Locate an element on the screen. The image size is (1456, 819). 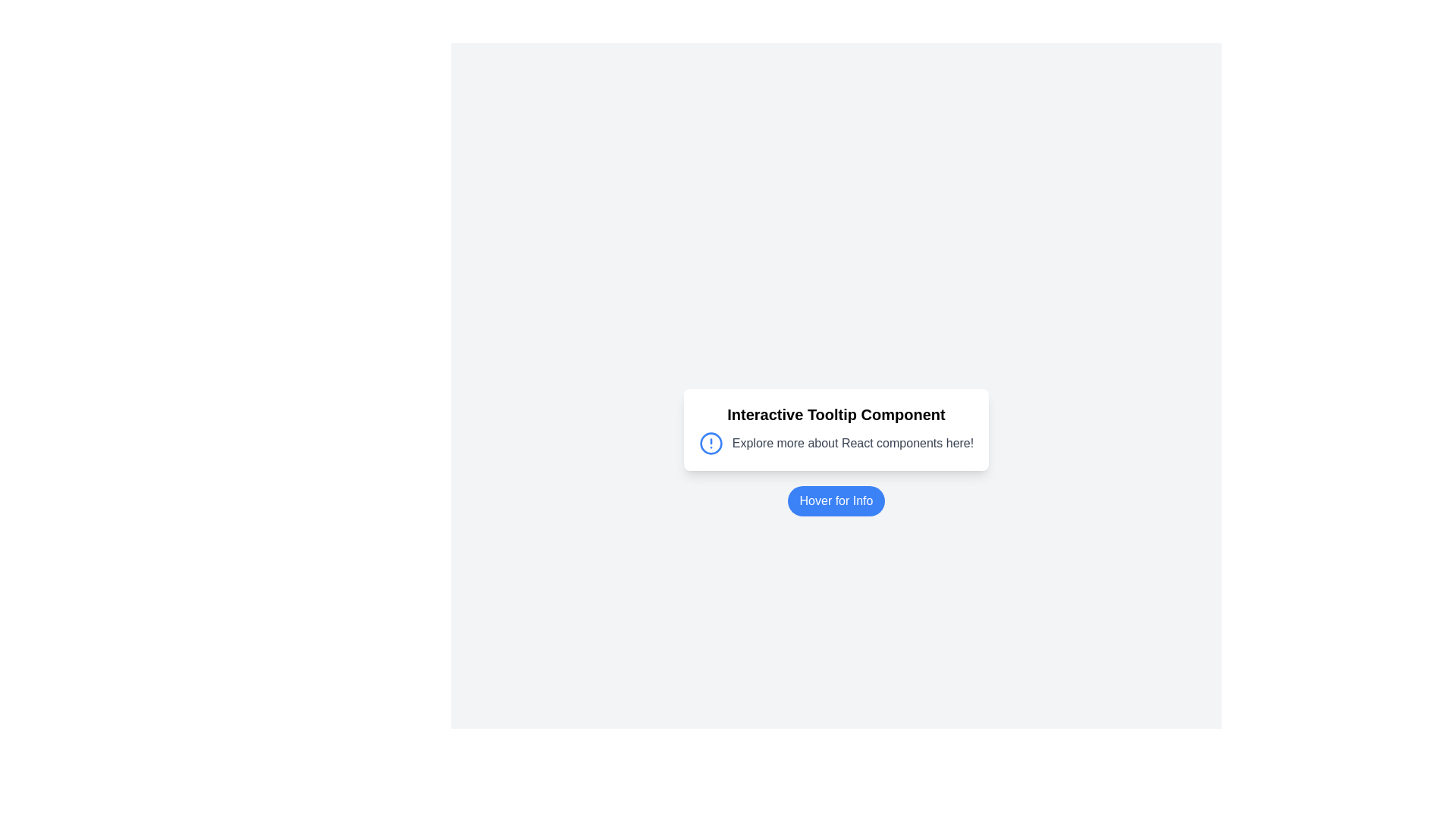
the text block with an accompanying icon located below the heading 'Interactive Tooltip Component' is located at coordinates (836, 444).